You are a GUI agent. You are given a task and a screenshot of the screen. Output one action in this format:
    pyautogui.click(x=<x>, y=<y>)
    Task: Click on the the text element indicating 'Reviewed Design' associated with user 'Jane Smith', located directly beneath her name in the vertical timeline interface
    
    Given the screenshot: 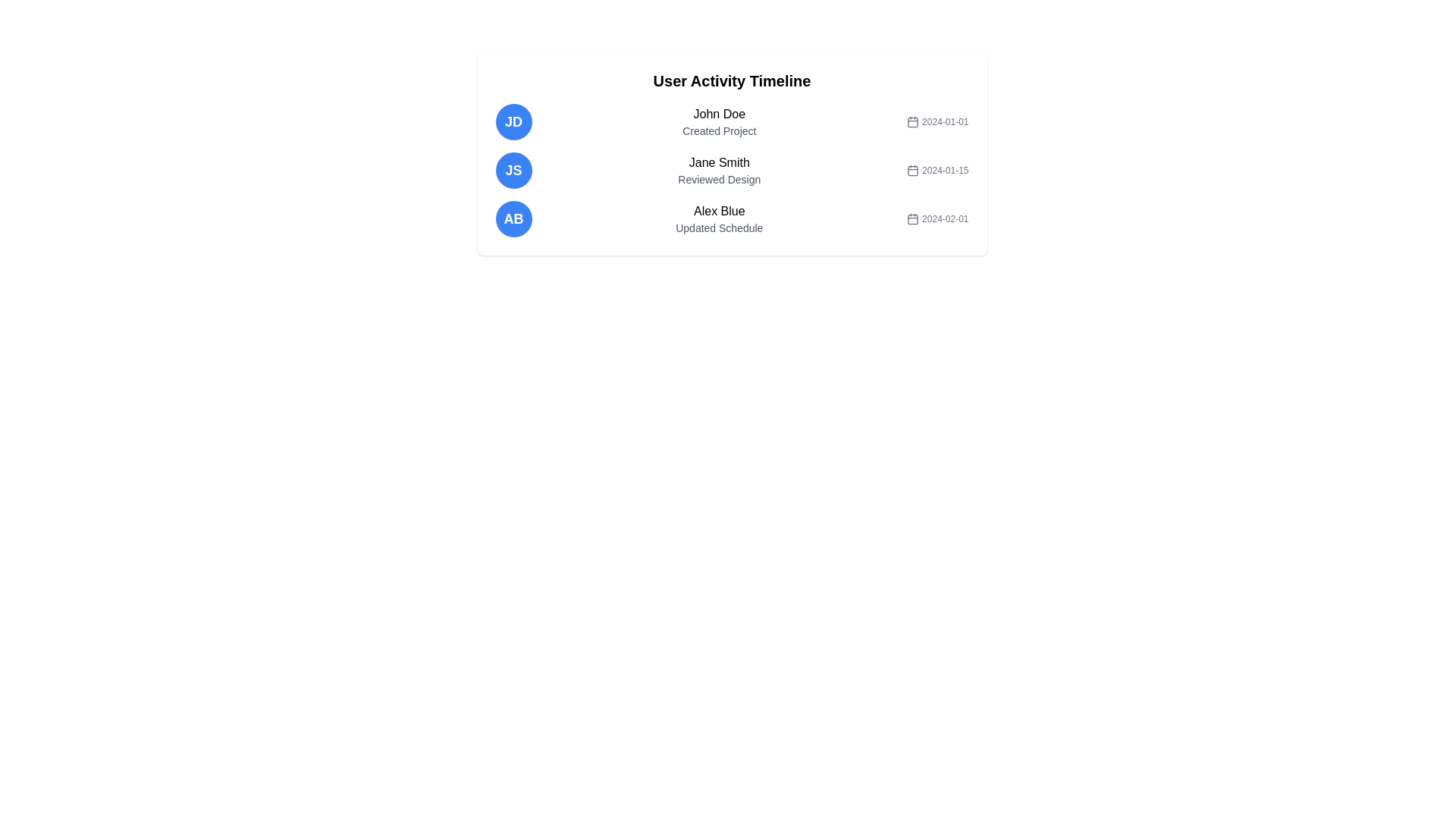 What is the action you would take?
    pyautogui.click(x=718, y=178)
    